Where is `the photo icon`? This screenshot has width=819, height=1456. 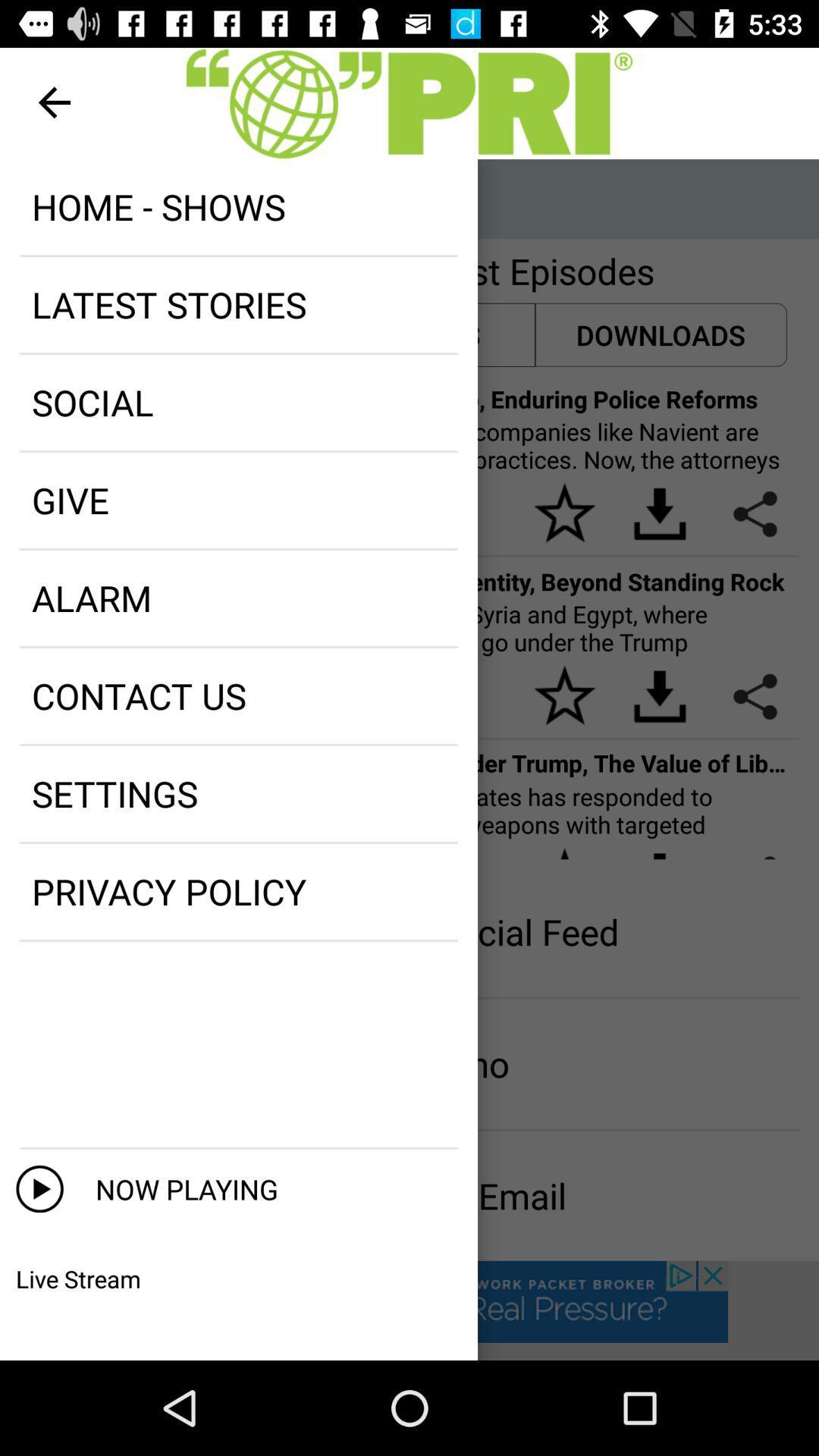
the photo icon is located at coordinates (71, 198).